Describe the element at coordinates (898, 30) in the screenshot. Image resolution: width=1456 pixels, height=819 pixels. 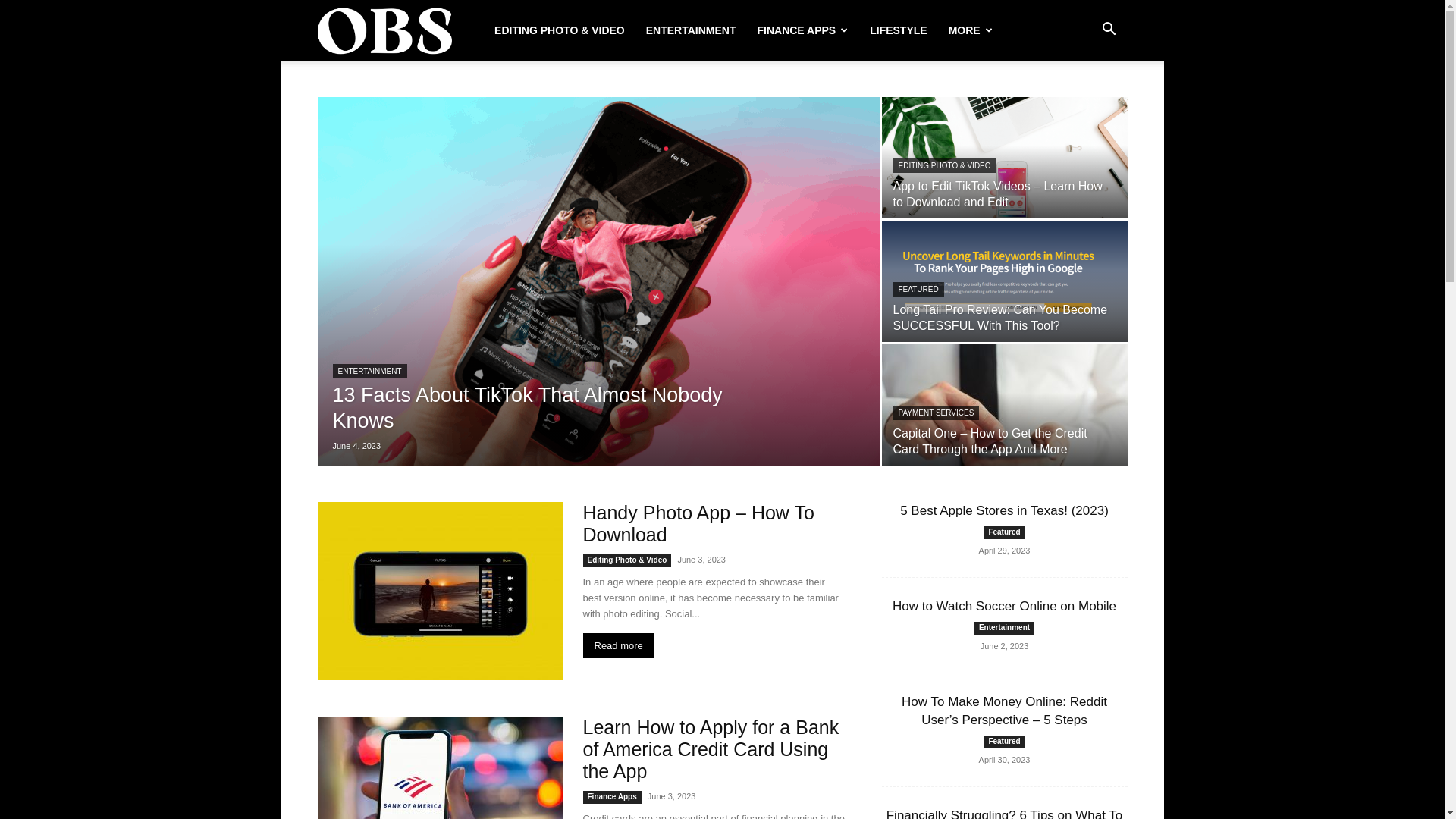
I see `'LIFESTYLE'` at that location.